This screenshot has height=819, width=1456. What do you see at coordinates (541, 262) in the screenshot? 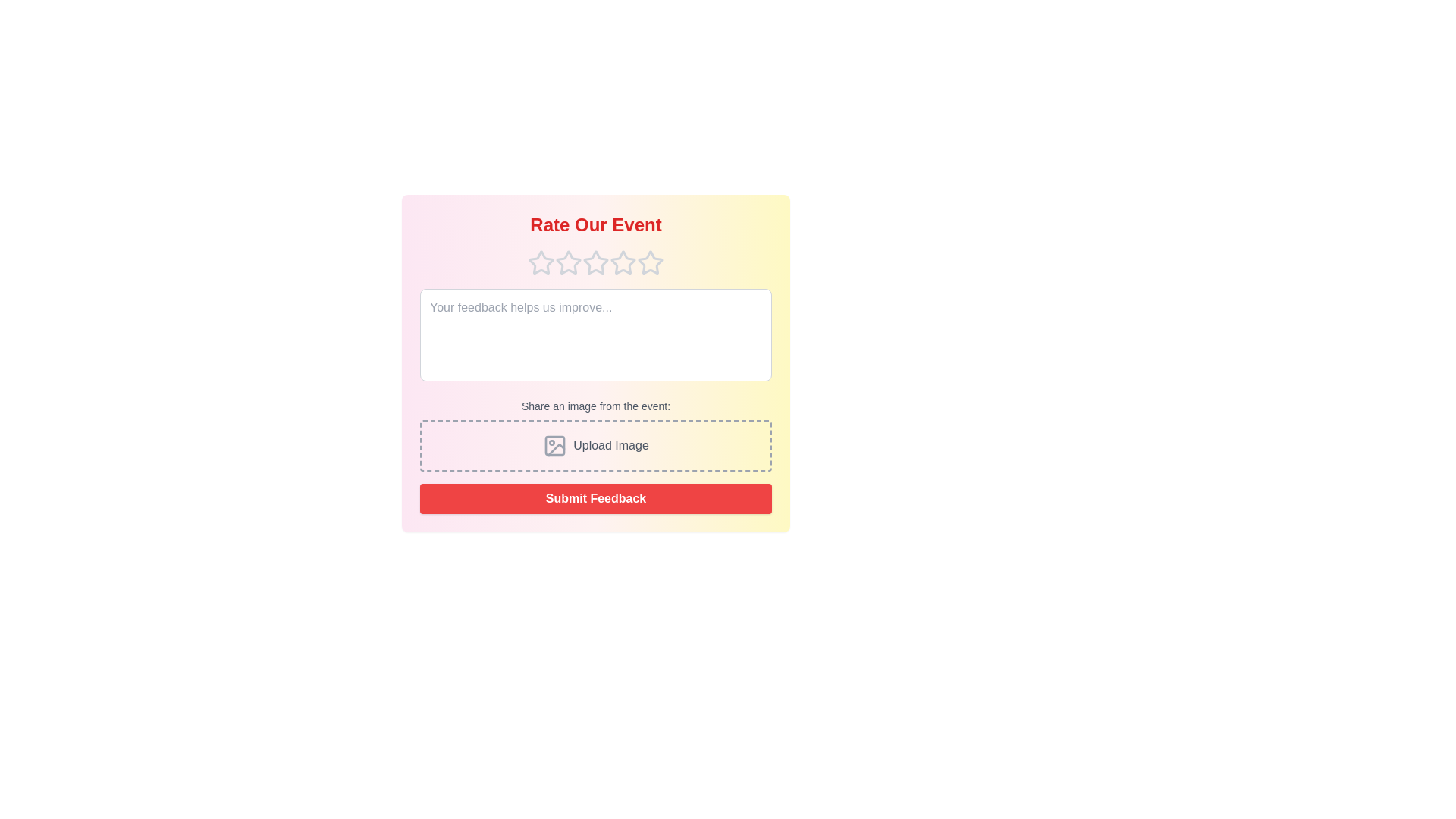
I see `the star corresponding to the desired rating 1` at bounding box center [541, 262].